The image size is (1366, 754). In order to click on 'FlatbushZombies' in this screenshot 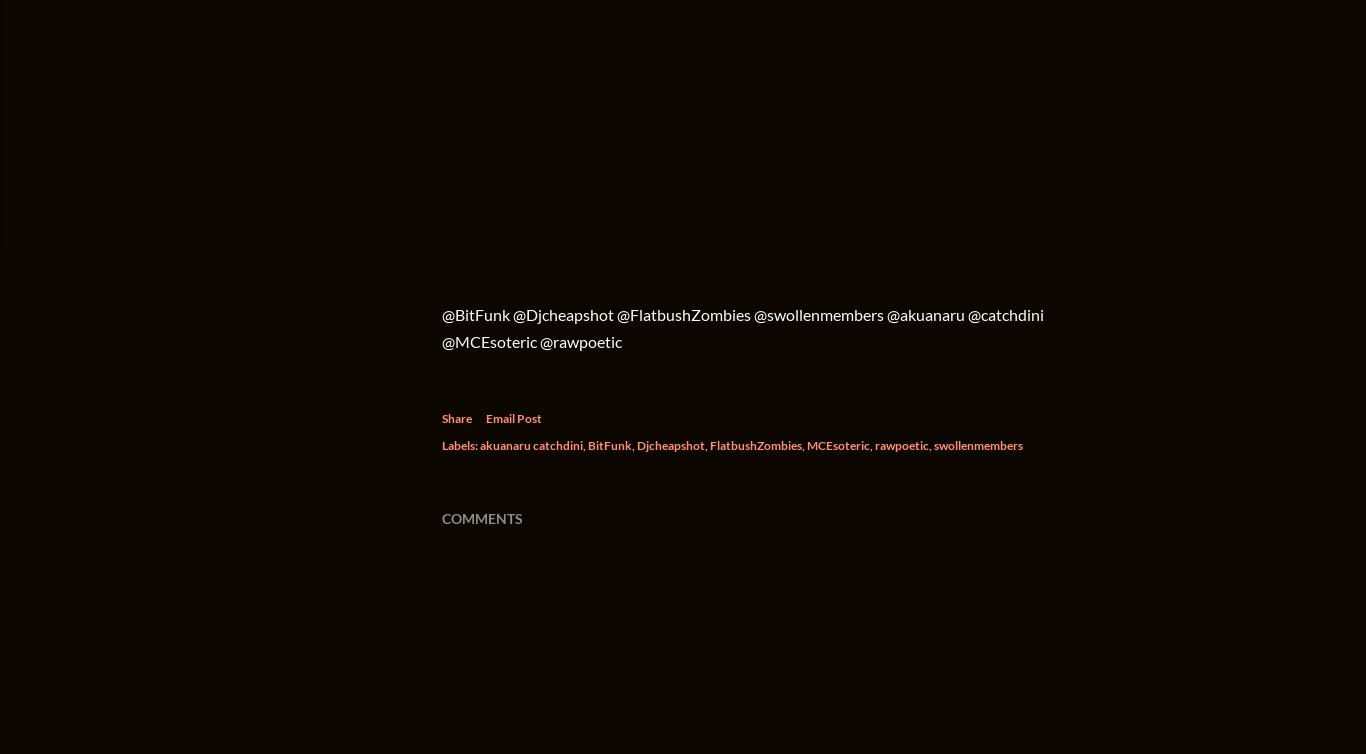, I will do `click(755, 445)`.